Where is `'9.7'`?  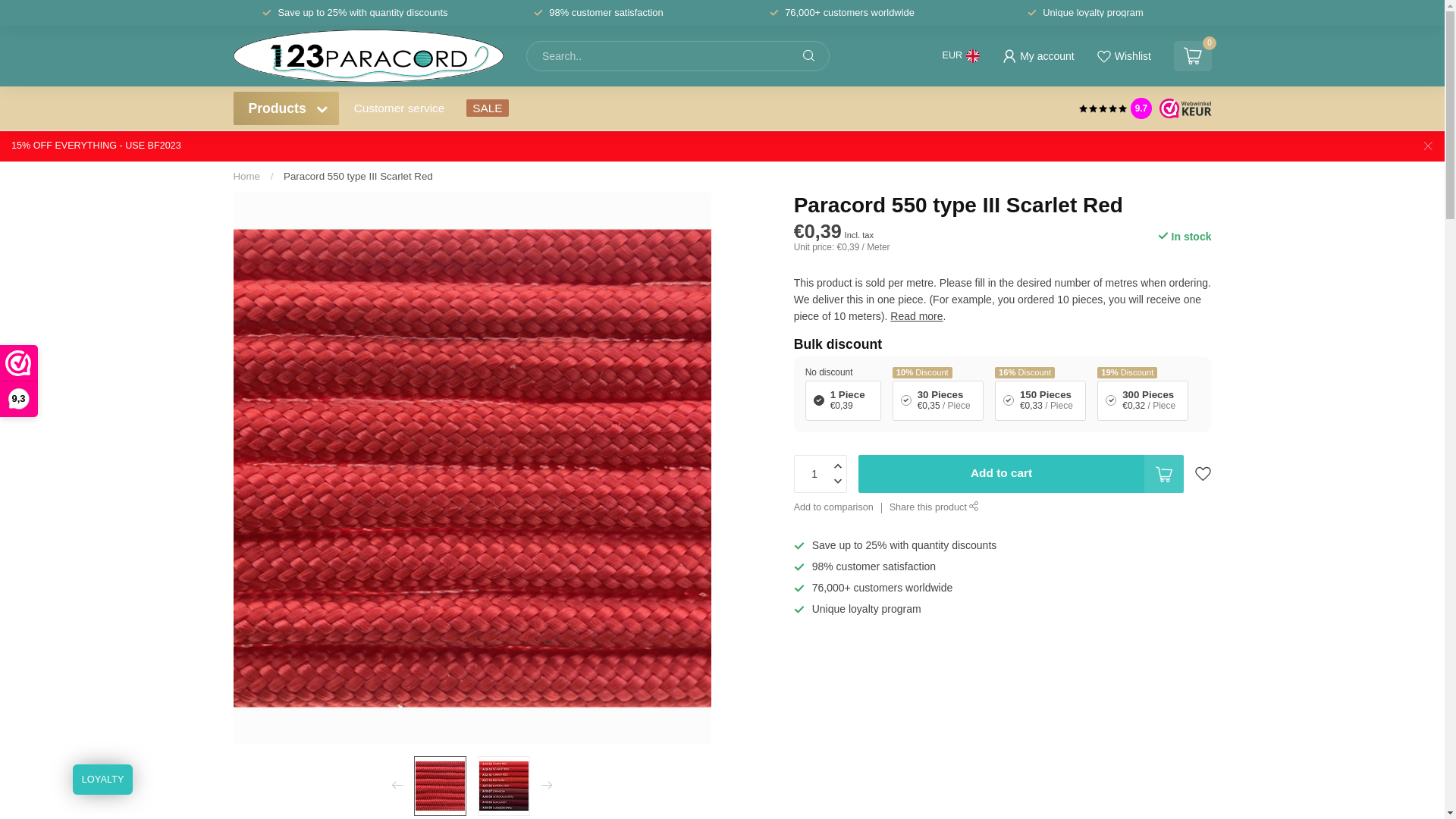 '9.7' is located at coordinates (1141, 107).